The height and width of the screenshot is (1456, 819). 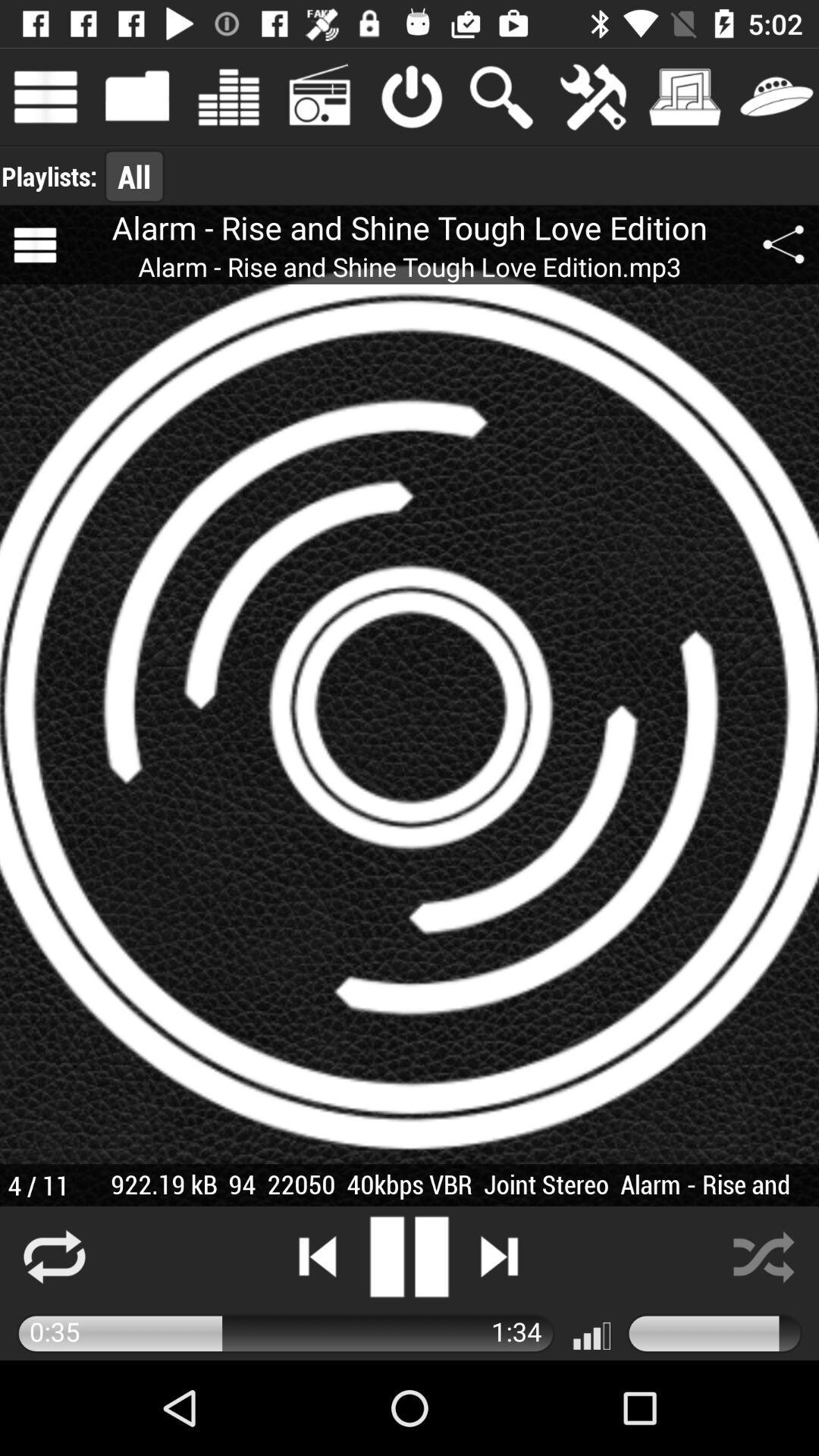 What do you see at coordinates (45, 96) in the screenshot?
I see `the menu icon` at bounding box center [45, 96].